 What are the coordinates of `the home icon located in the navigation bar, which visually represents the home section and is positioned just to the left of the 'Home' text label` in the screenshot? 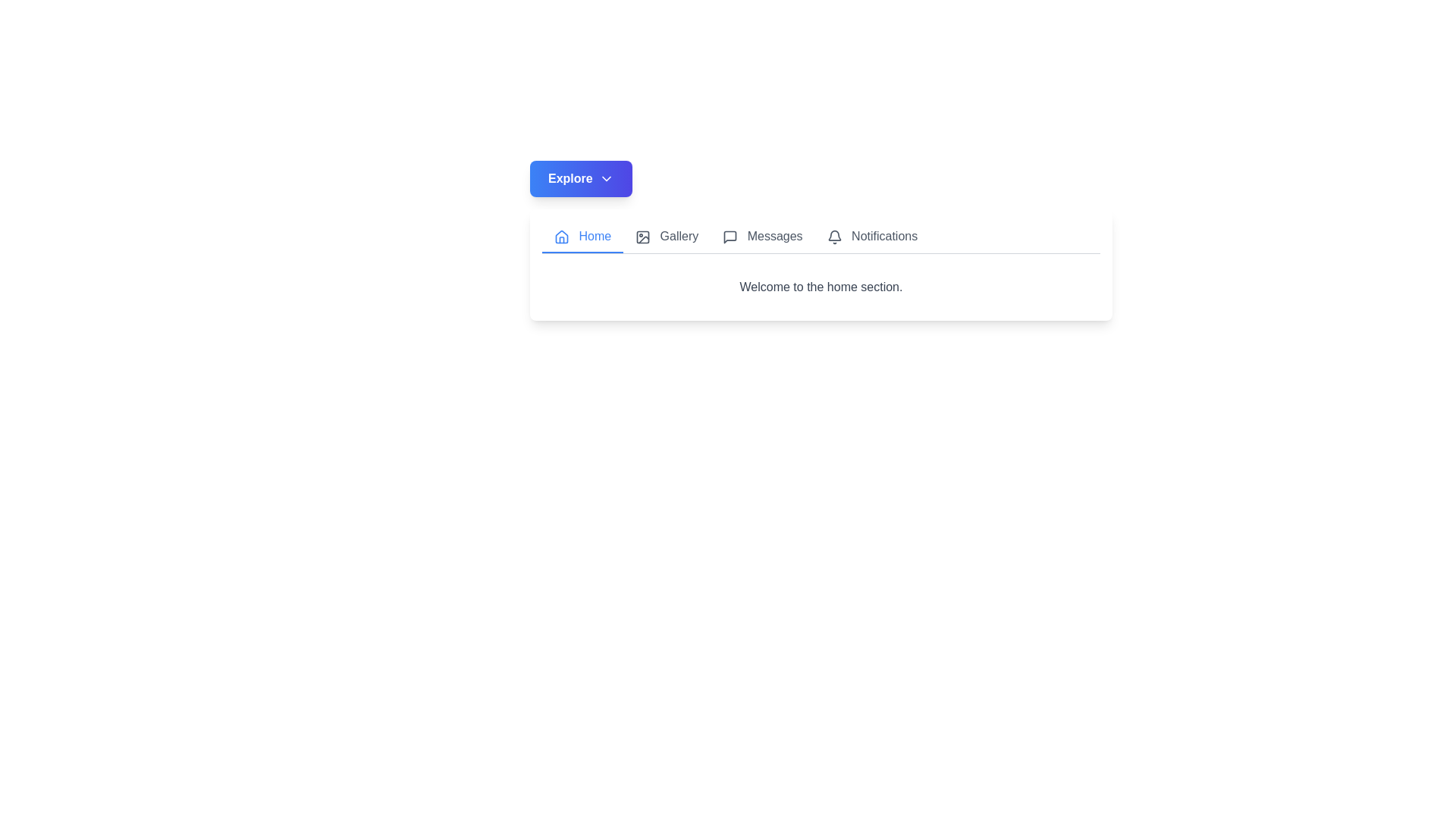 It's located at (560, 237).